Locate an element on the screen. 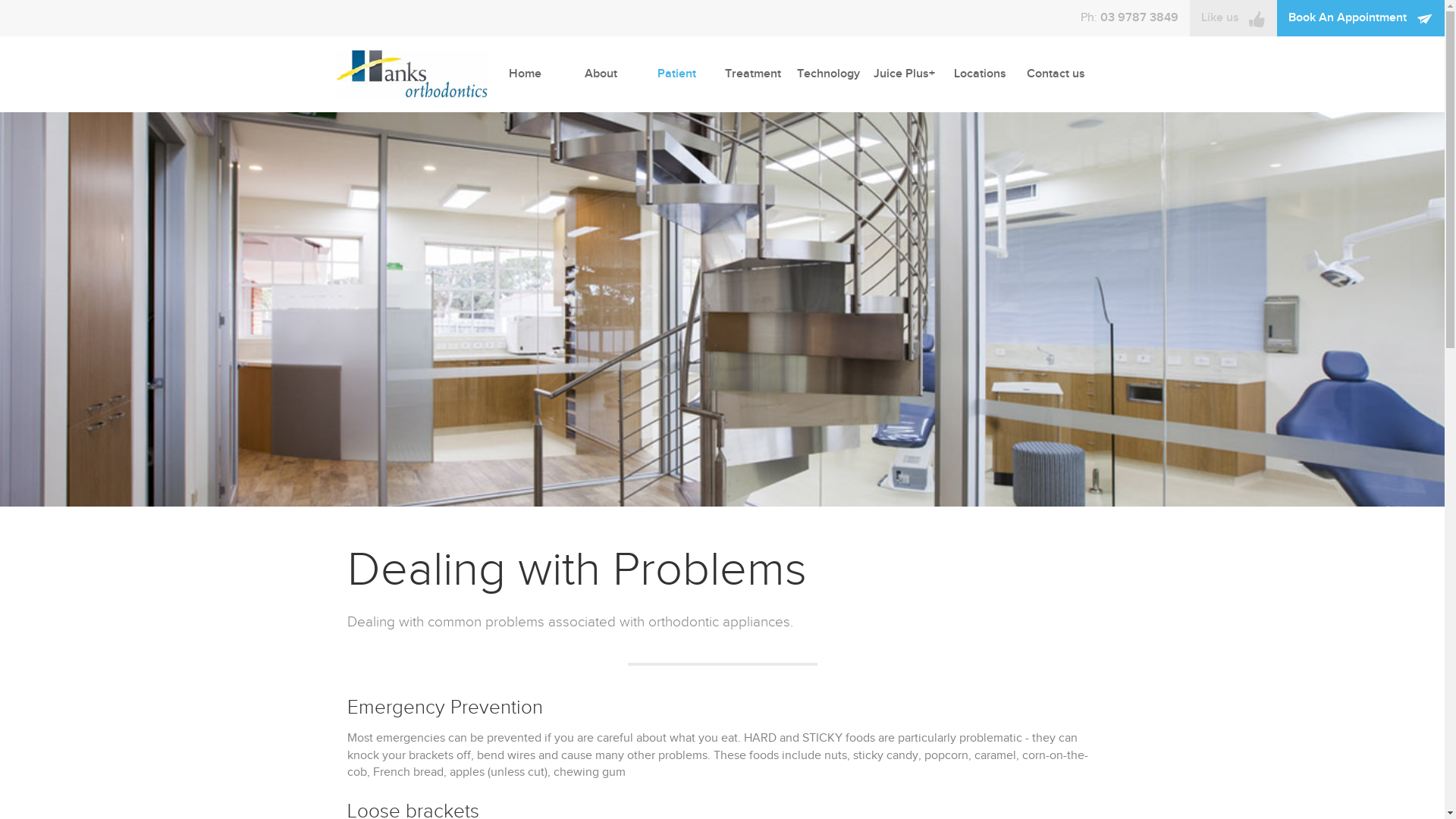 The image size is (1456, 819). 'Home' is located at coordinates (524, 74).